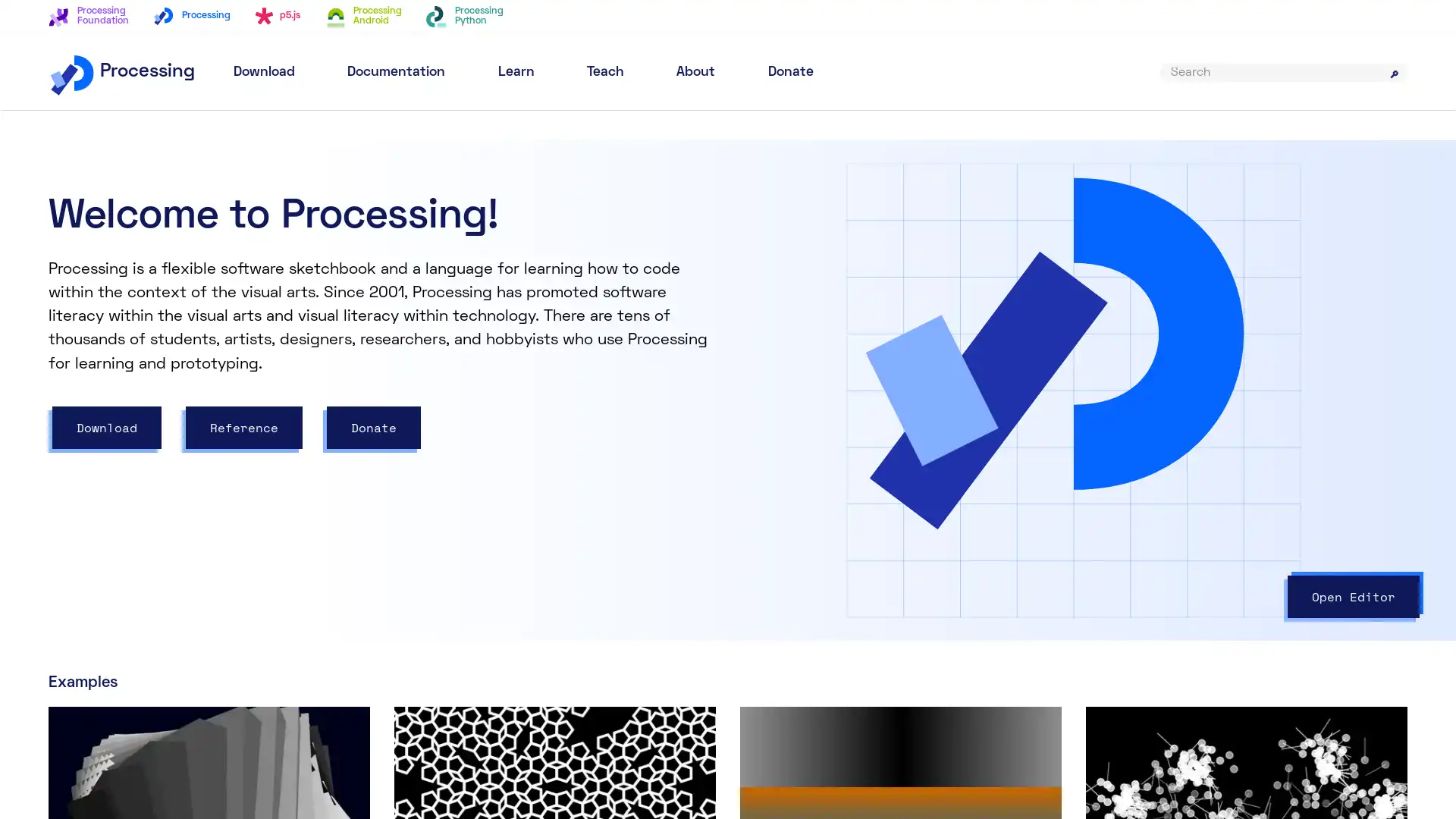 The image size is (1456, 819). What do you see at coordinates (884, 397) in the screenshot?
I see `change position` at bounding box center [884, 397].